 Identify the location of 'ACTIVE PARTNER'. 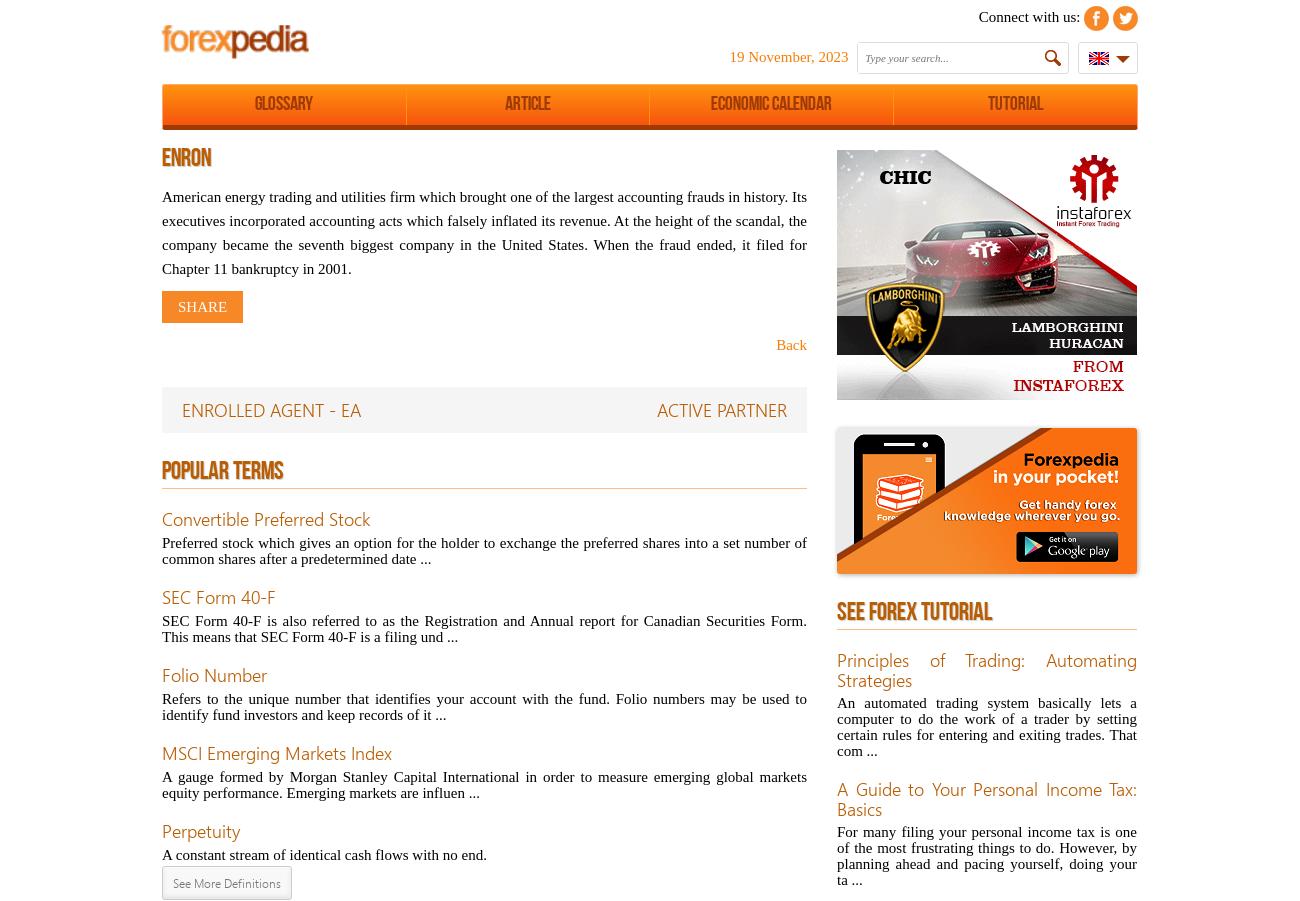
(722, 407).